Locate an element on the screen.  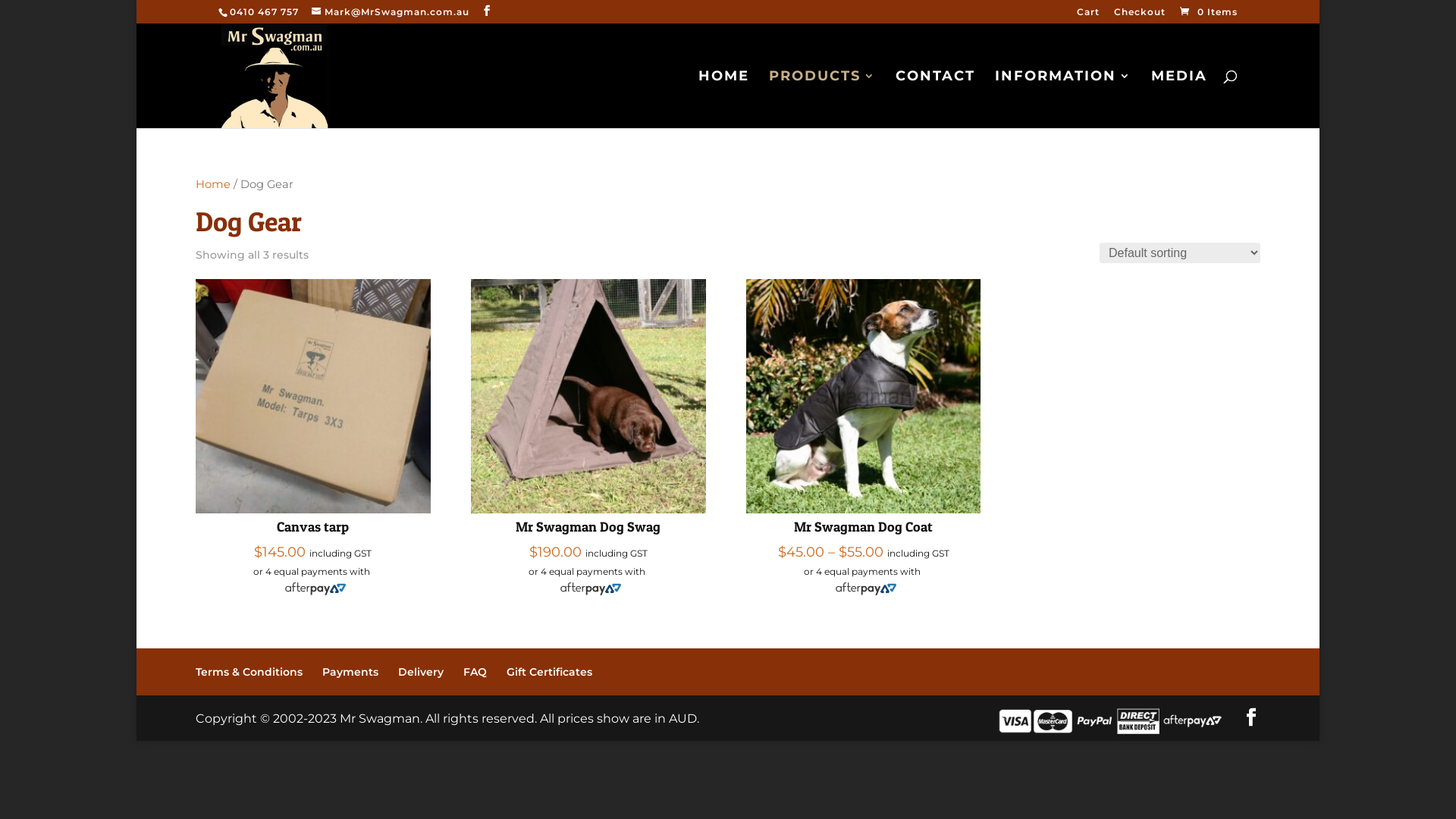
'Cart' is located at coordinates (1087, 15).